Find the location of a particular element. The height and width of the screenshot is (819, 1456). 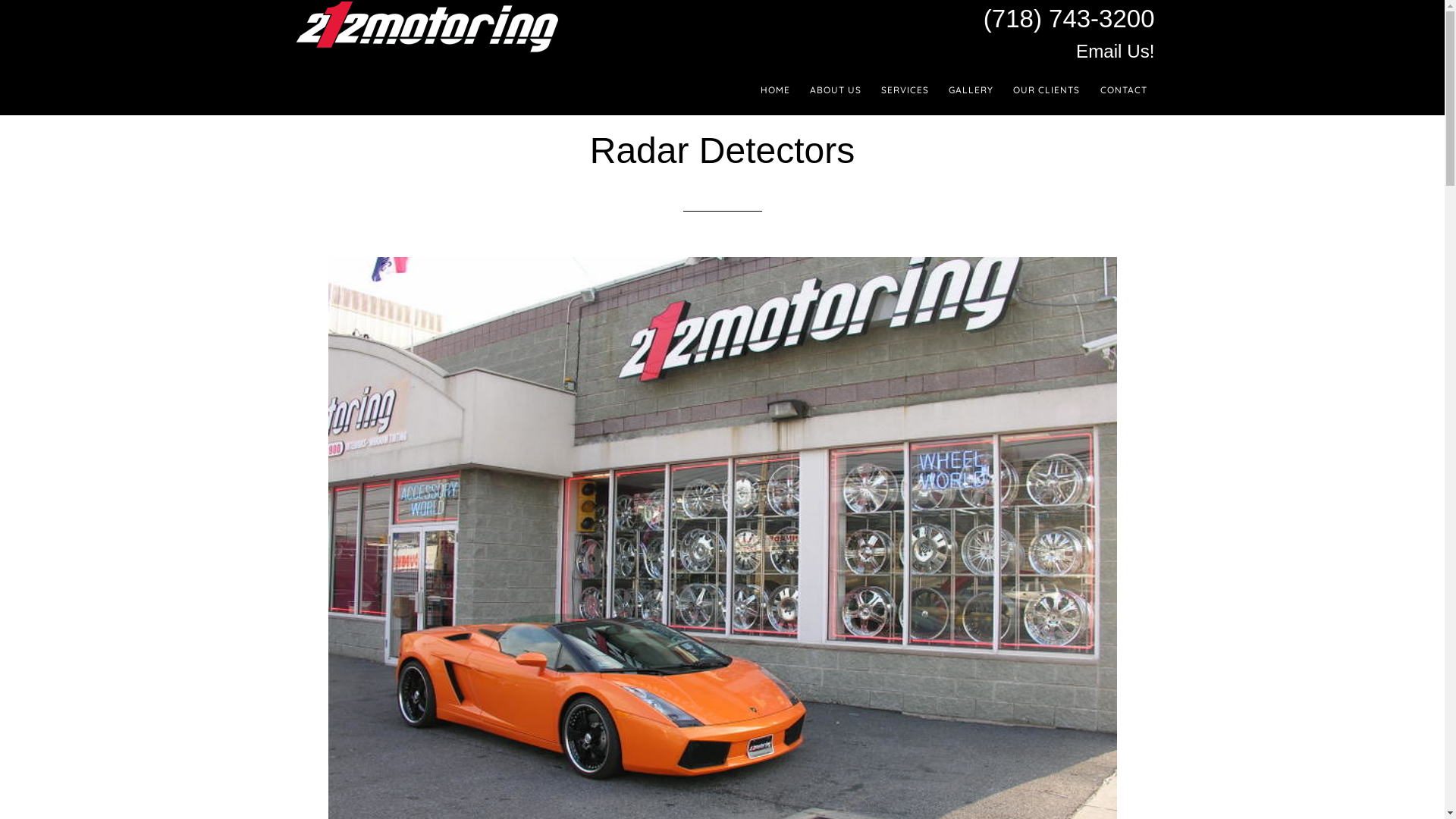

'ABOUT US' is located at coordinates (801, 90).